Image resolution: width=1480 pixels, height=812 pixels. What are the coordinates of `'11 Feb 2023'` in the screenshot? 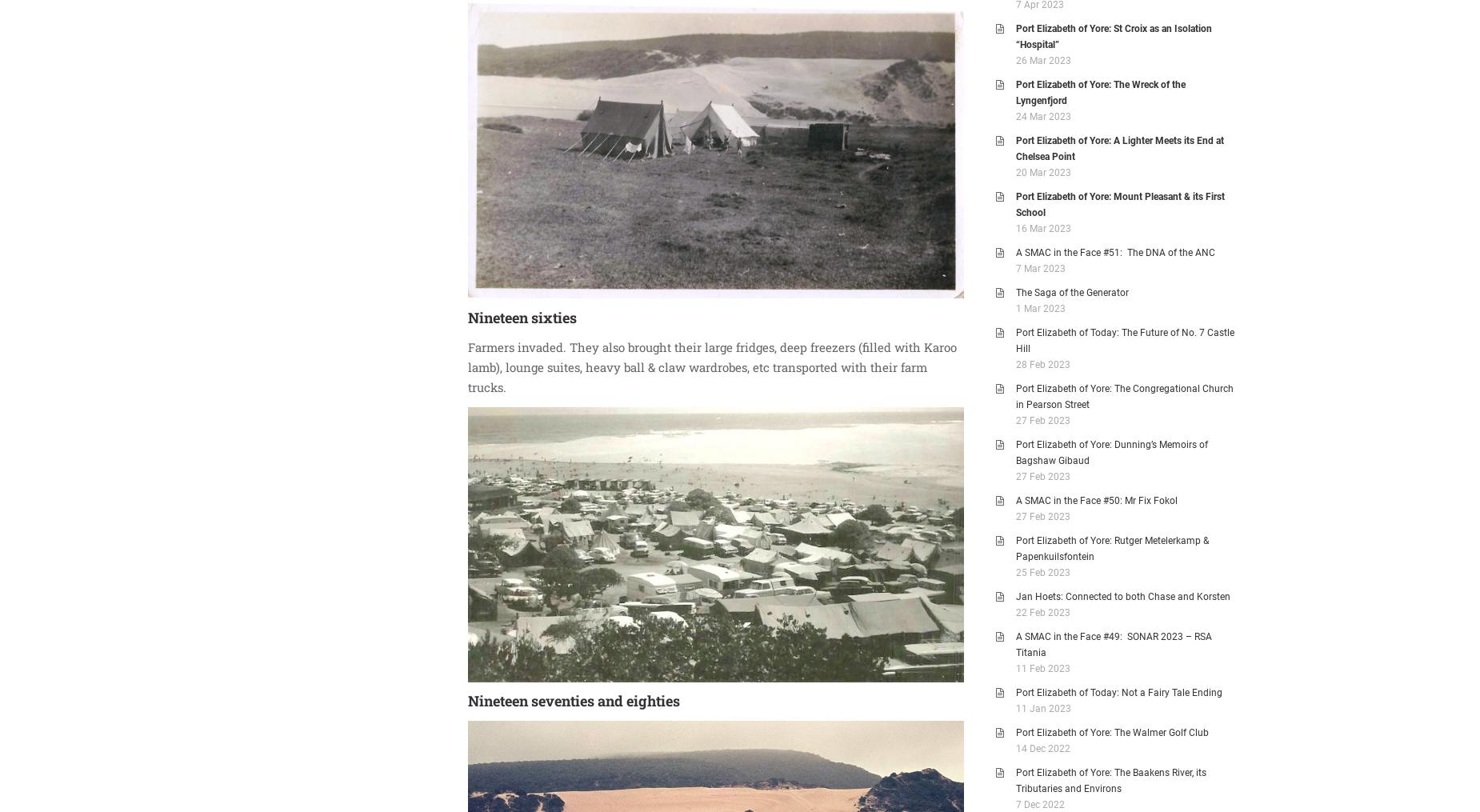 It's located at (1042, 668).